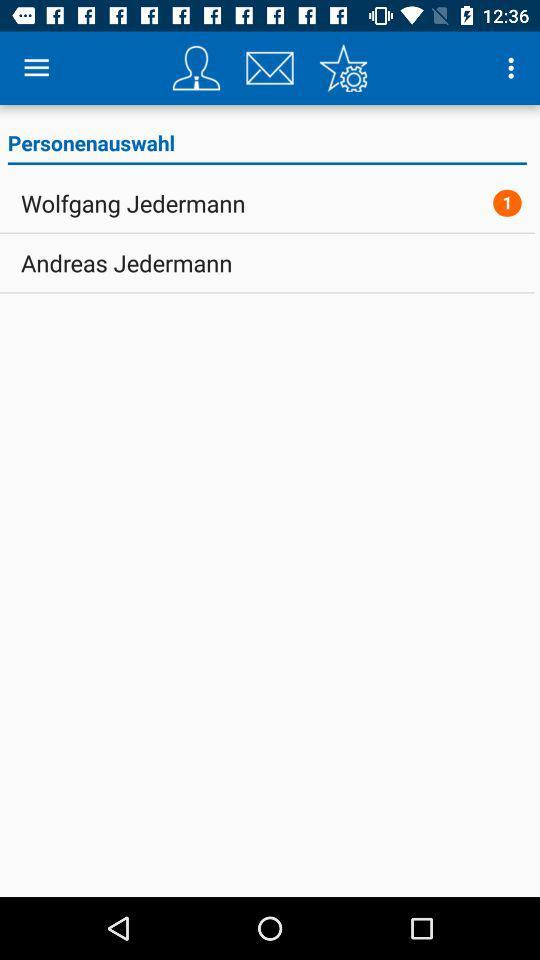 Image resolution: width=540 pixels, height=960 pixels. What do you see at coordinates (342, 68) in the screenshot?
I see `mark as a favorite` at bounding box center [342, 68].